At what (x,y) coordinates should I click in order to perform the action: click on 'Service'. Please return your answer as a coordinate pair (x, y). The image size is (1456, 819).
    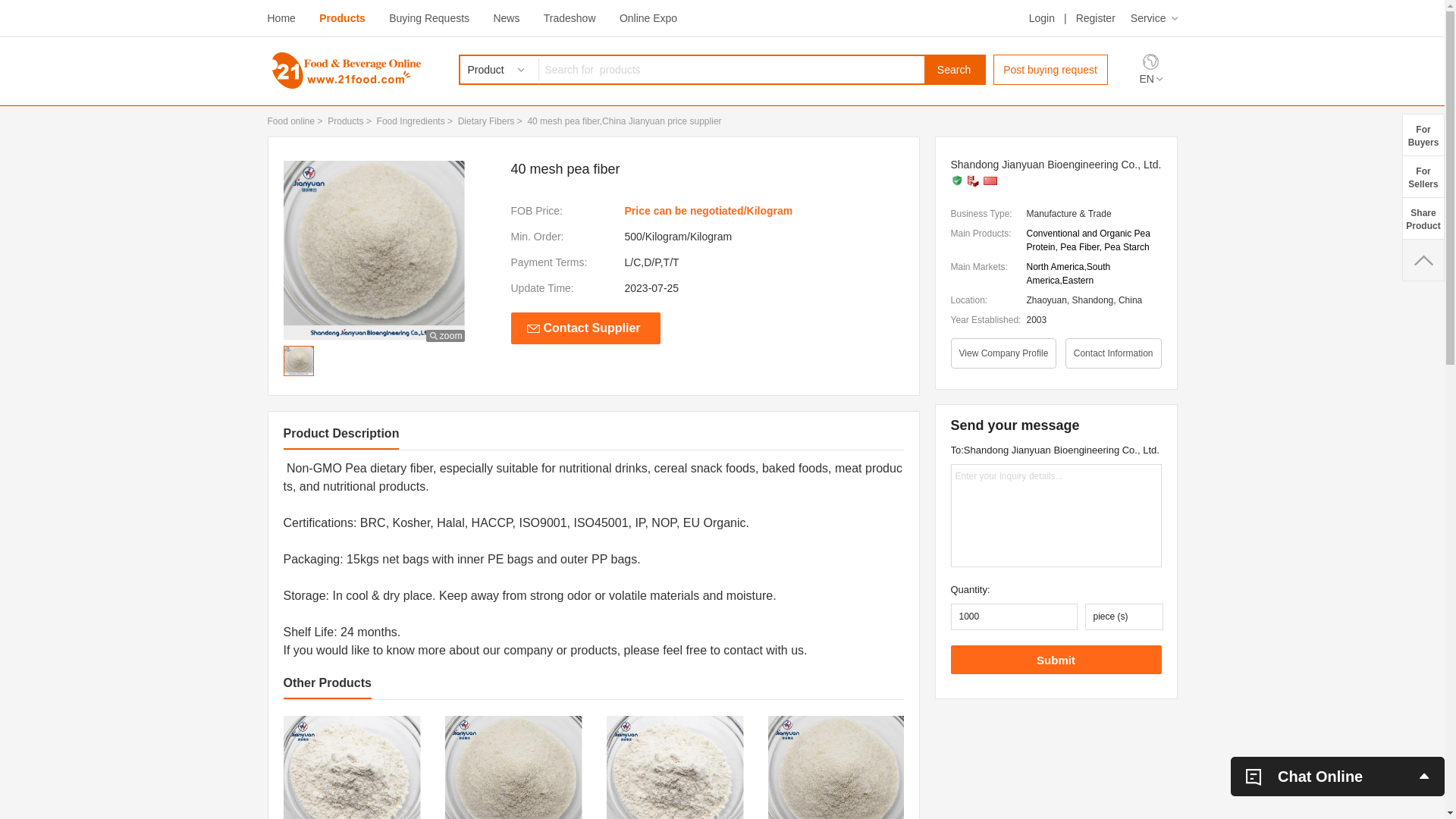
    Looking at the image, I should click on (1153, 17).